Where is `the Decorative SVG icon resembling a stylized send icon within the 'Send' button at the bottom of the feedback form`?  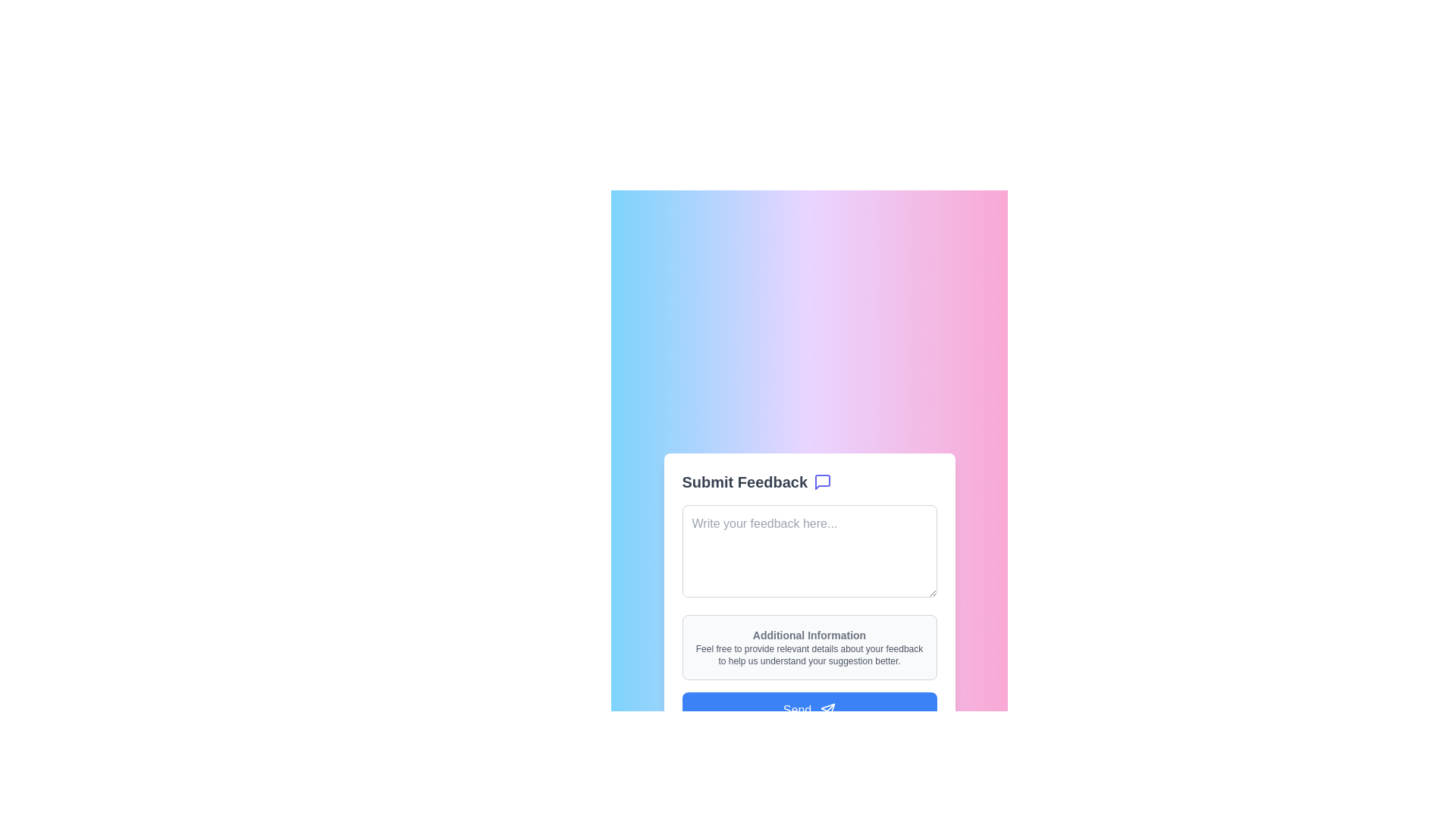
the Decorative SVG icon resembling a stylized send icon within the 'Send' button at the bottom of the feedback form is located at coordinates (827, 710).